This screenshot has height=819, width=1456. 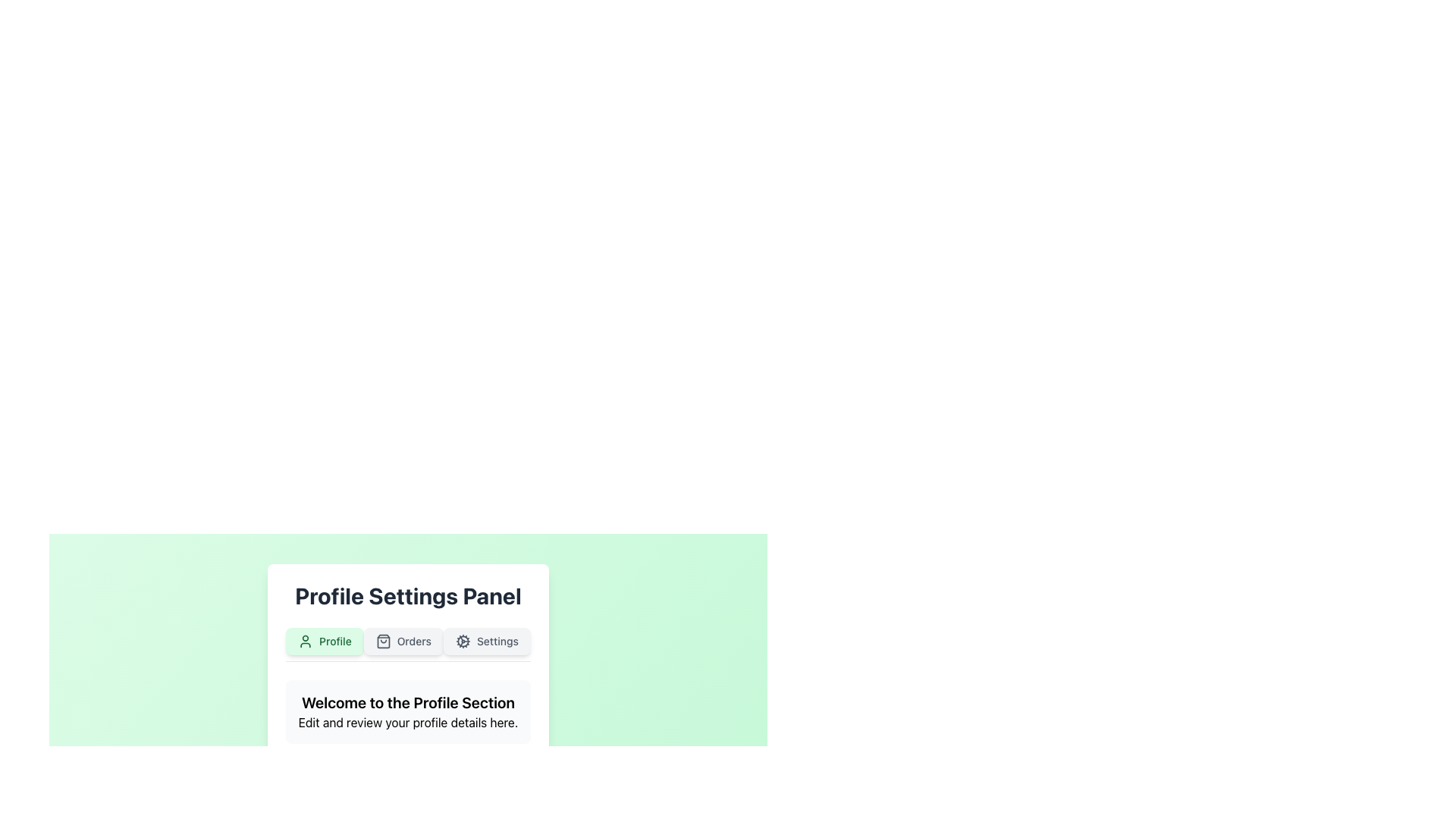 I want to click on the 'Settings' icon, which is the last button in the 'Profile Settings Panel' row, so click(x=462, y=641).